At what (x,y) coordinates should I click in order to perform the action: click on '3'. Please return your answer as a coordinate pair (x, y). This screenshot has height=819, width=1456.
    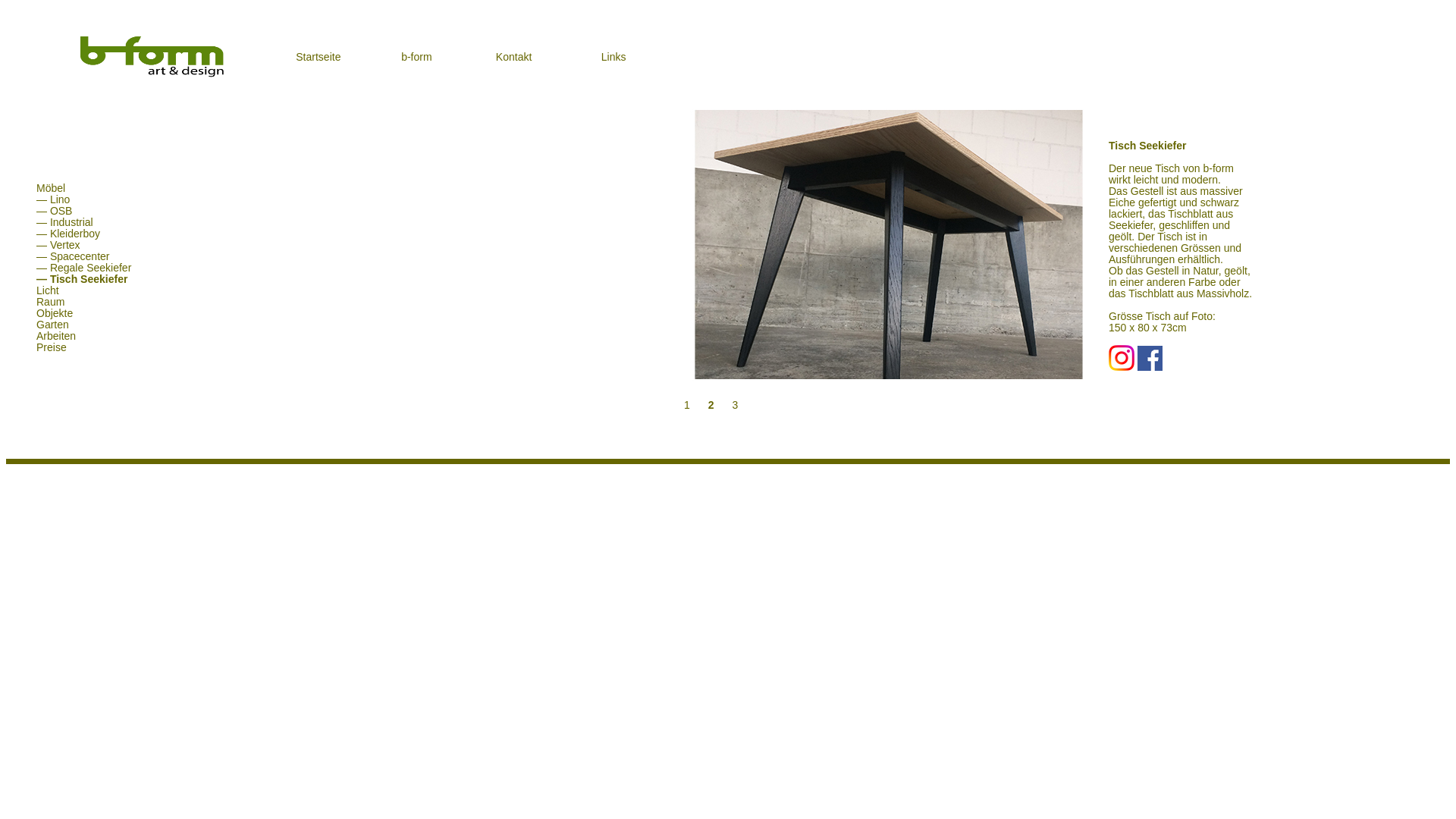
    Looking at the image, I should click on (726, 403).